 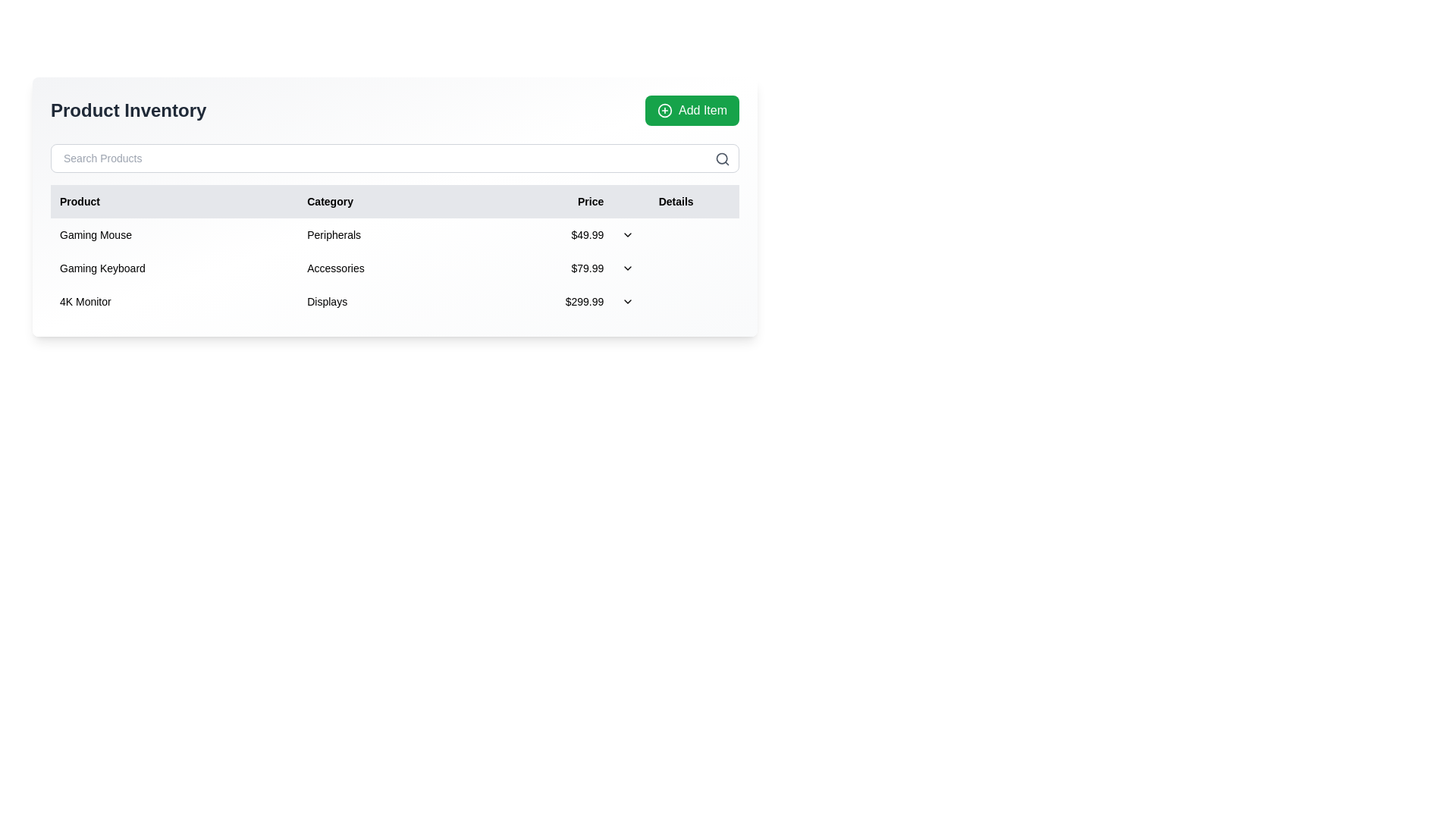 What do you see at coordinates (722, 158) in the screenshot?
I see `the search icon located at the far right inside the search input field, which indicates the search feature and may trigger a search action when clicked` at bounding box center [722, 158].